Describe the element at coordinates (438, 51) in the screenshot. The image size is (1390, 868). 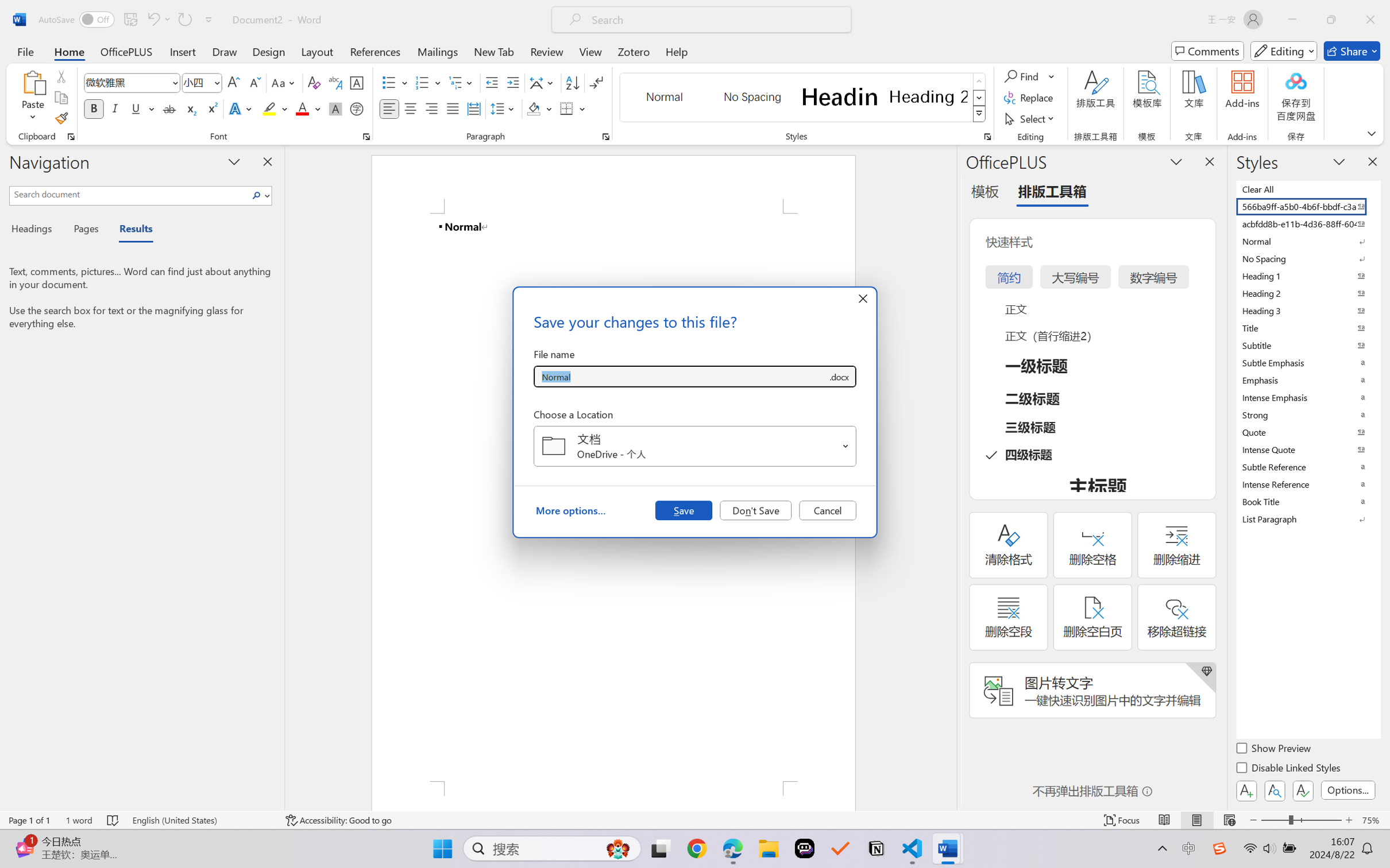
I see `'Mailings'` at that location.